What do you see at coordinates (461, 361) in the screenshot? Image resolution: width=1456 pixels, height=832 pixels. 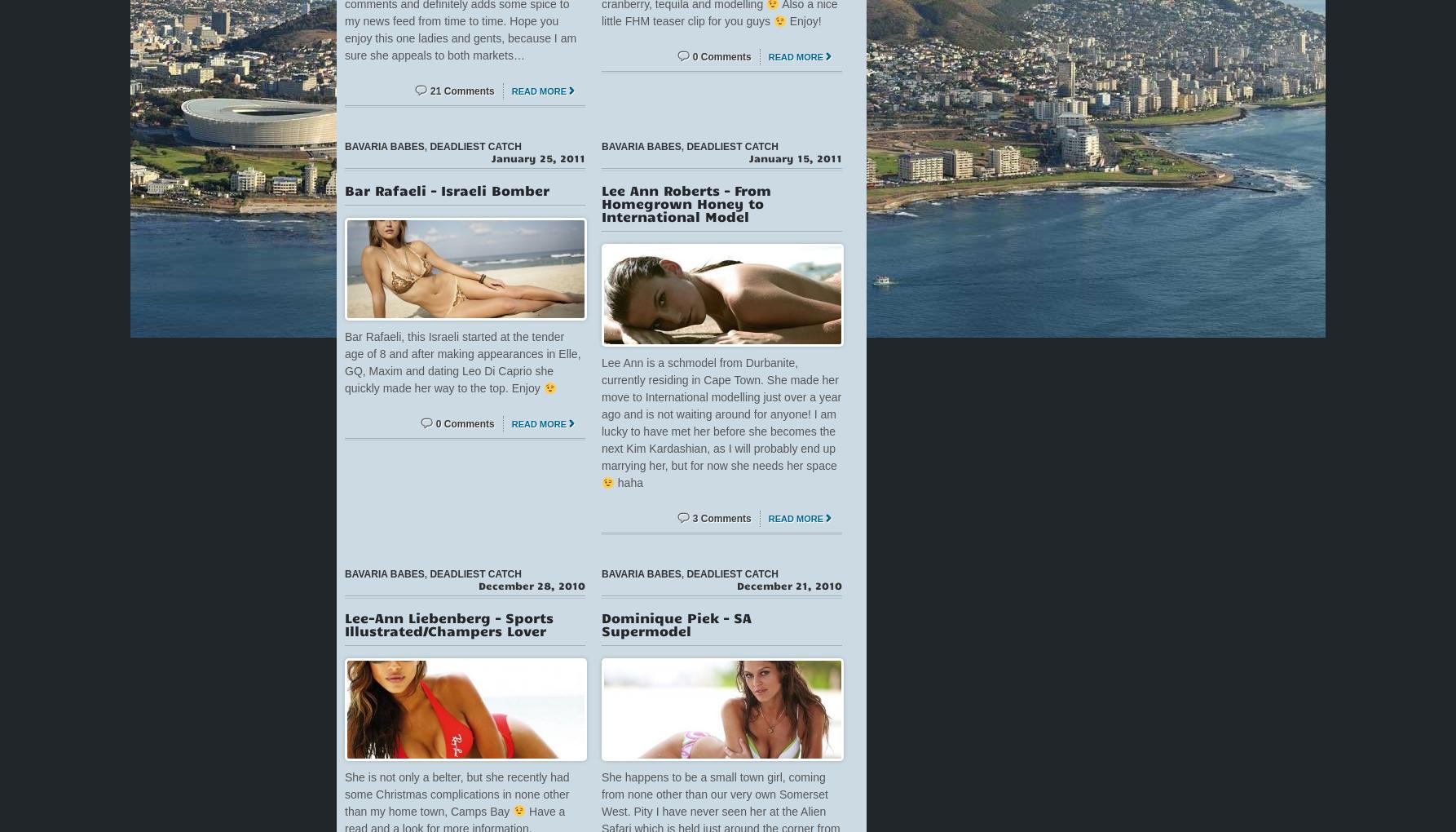 I see `'Bar Rafaeli, this Israeli started at the tender age of 8 and after making appearances in Elle, GQ, Maxim and dating Leo Di Caprio she quickly made her way to the top. Enjoy'` at bounding box center [461, 361].